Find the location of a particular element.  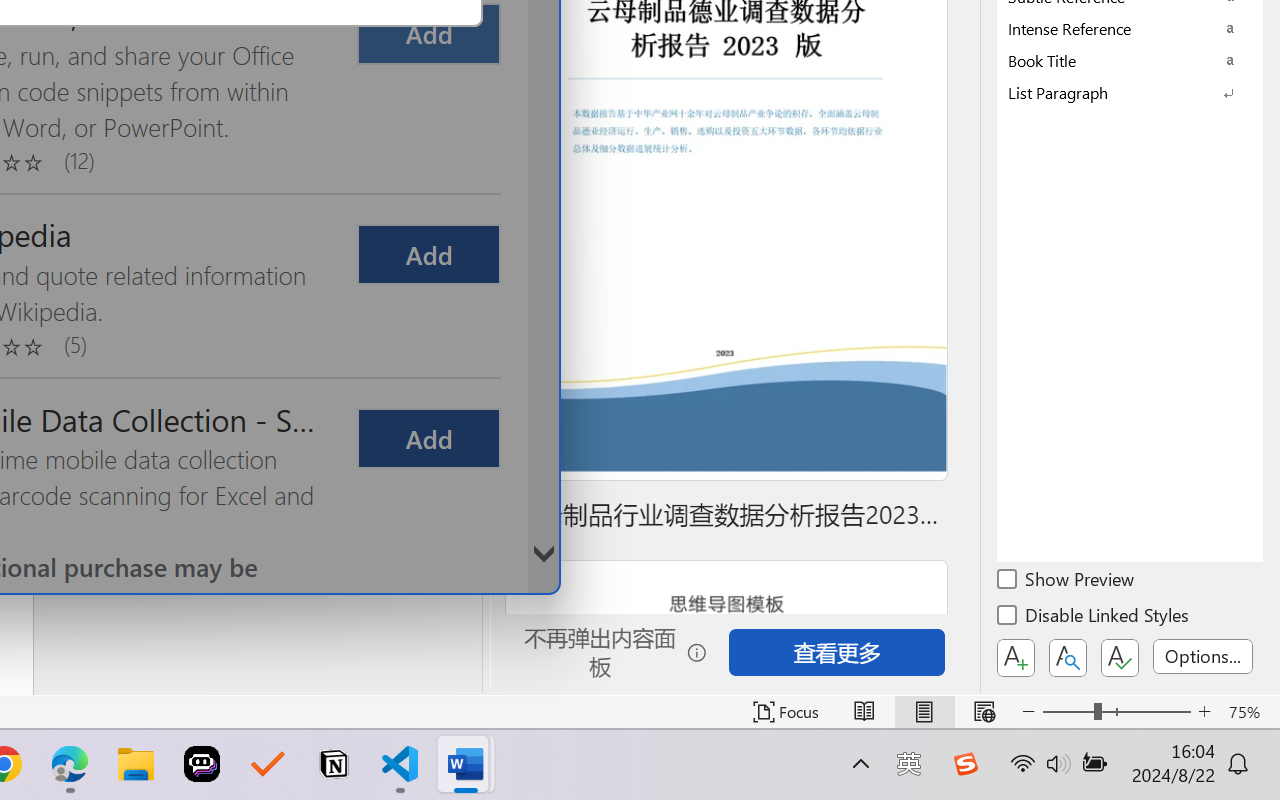

'Disable Linked Styles' is located at coordinates (1094, 618).